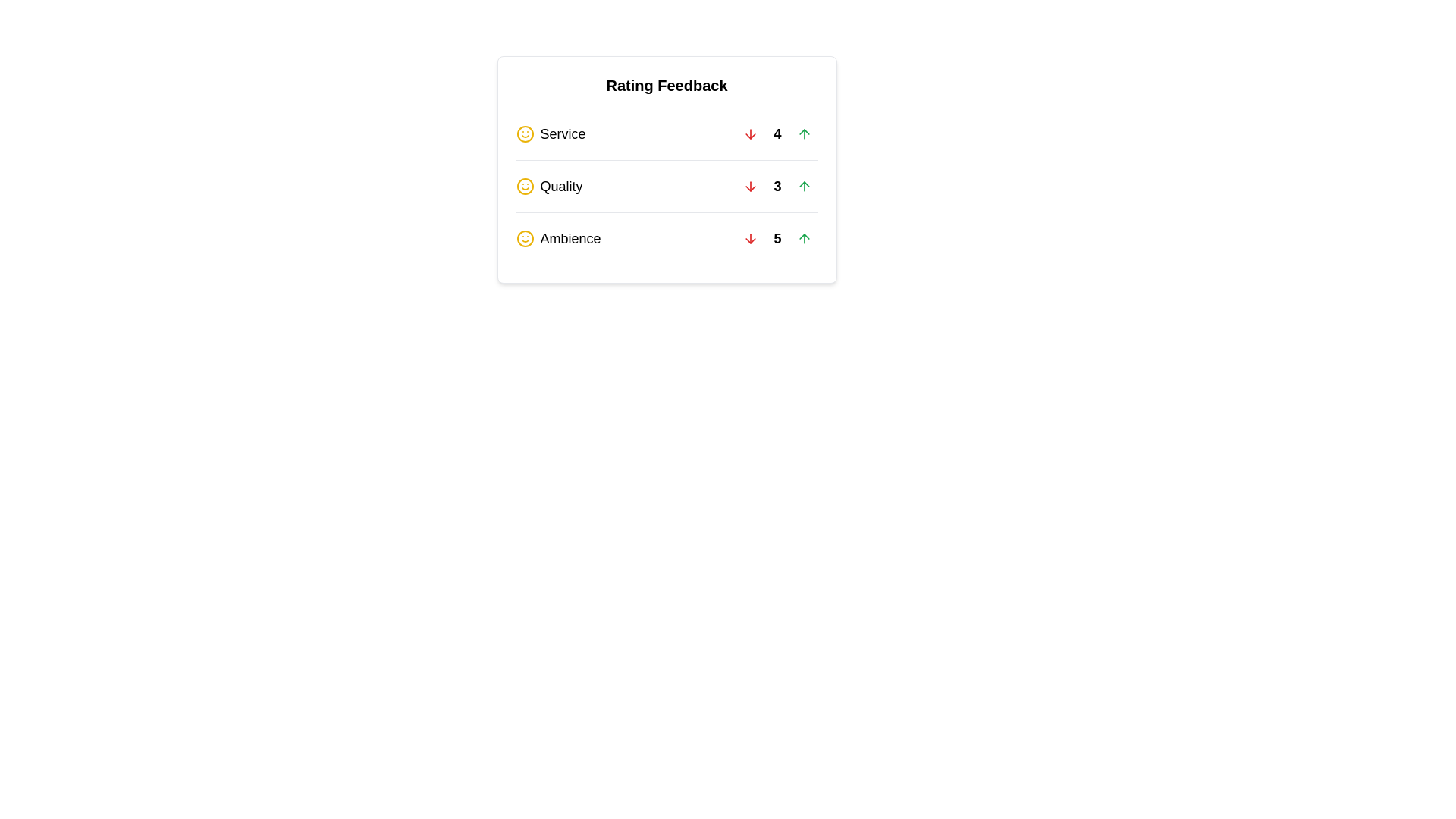  Describe the element at coordinates (667, 185) in the screenshot. I see `ratings displayed in the Row element for 'Quality' which includes emojis, text, and numerical ratings, positioned centrally between the 'Service' and 'Ambience' rows` at that location.